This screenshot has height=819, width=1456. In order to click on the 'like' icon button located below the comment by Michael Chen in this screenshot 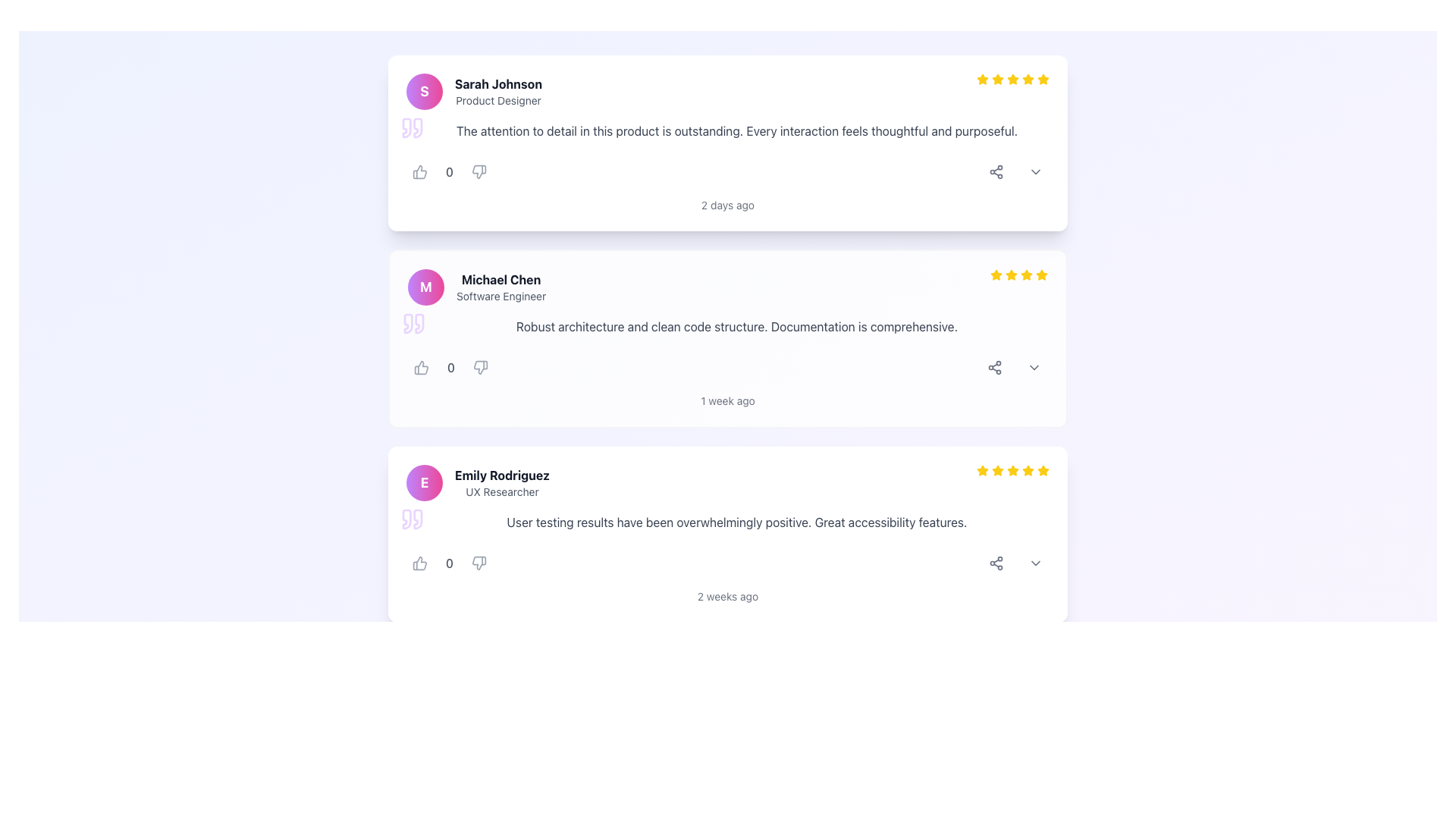, I will do `click(422, 368)`.